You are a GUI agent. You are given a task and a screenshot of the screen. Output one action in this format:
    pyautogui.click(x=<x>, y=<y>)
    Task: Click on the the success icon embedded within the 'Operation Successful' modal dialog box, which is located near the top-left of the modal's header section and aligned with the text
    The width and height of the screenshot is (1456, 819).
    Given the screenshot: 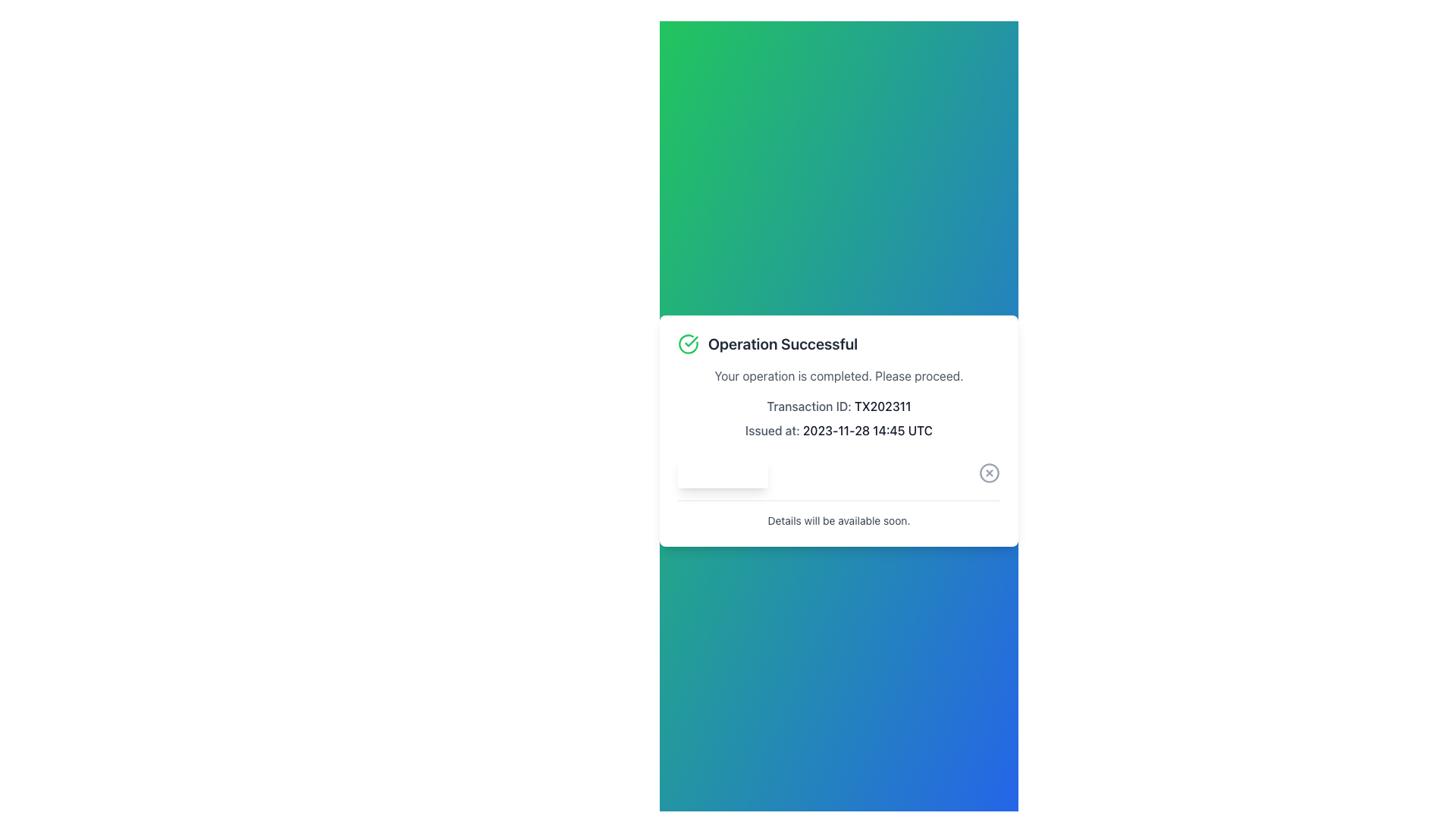 What is the action you would take?
    pyautogui.click(x=691, y=341)
    